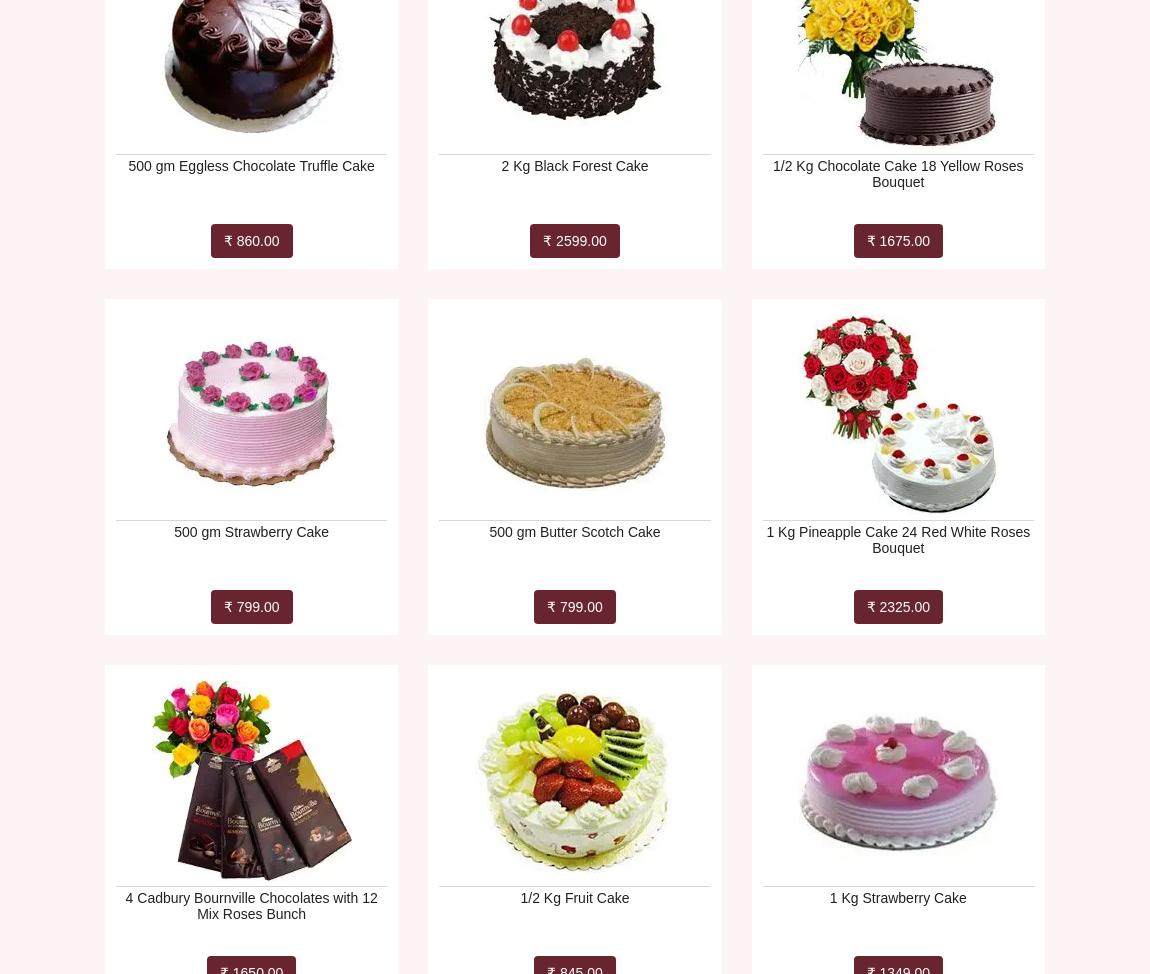  Describe the element at coordinates (898, 173) in the screenshot. I see `'1/2 Kg Chocolate Cake 18 Yellow Roses Bouquet'` at that location.